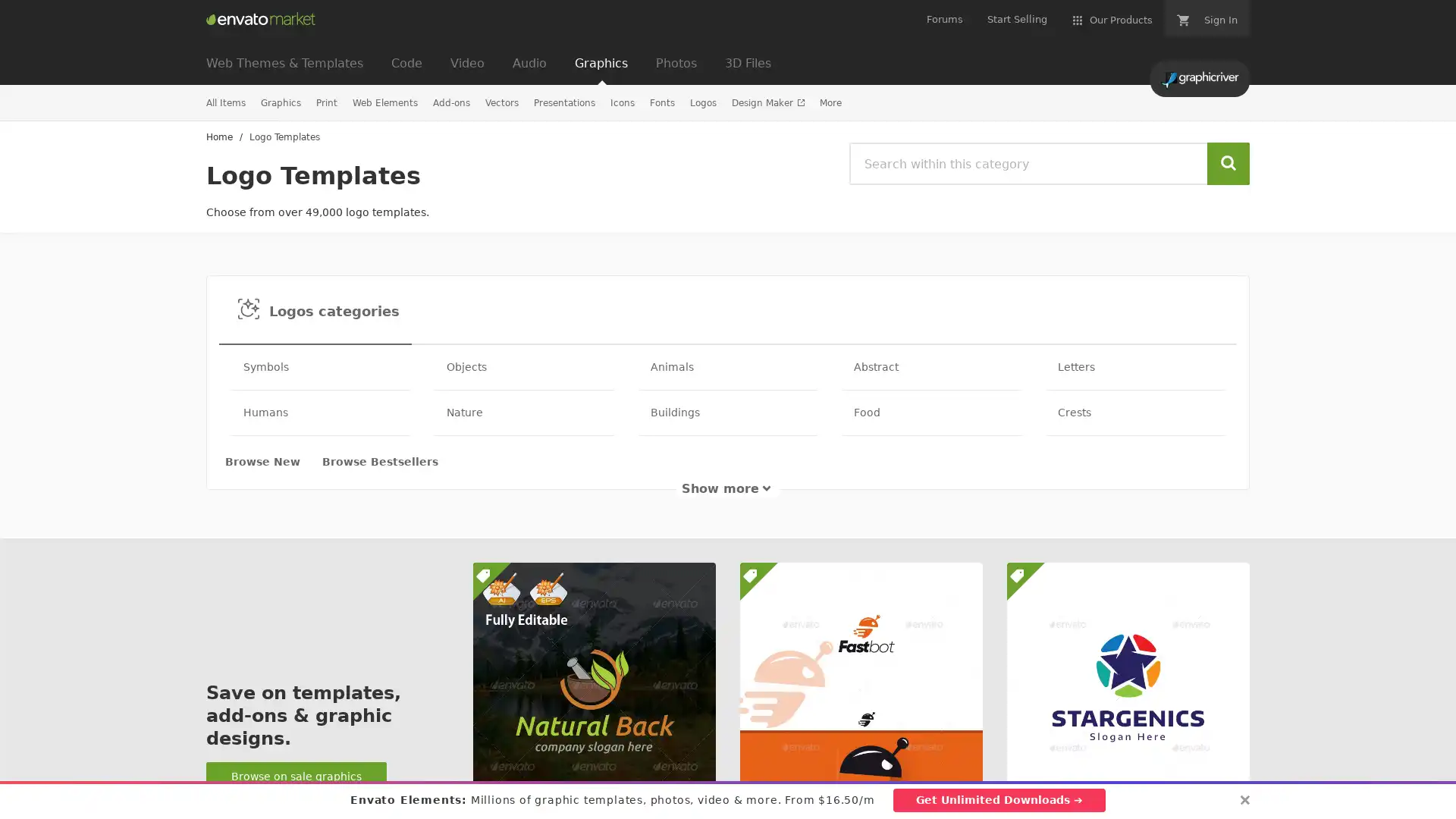 The width and height of the screenshot is (1456, 819). Describe the element at coordinates (728, 488) in the screenshot. I see `Show more` at that location.